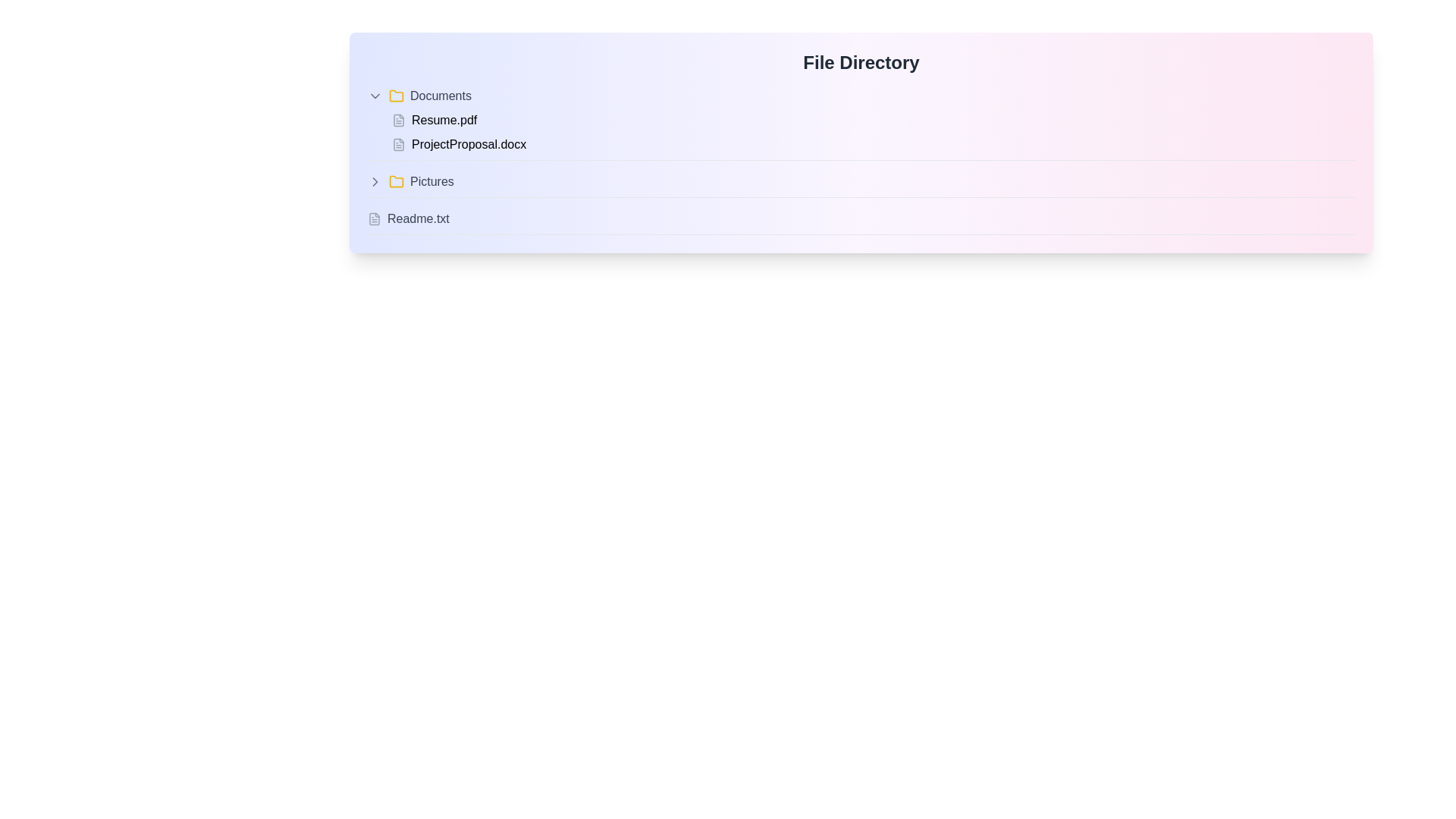 This screenshot has width=1456, height=819. What do you see at coordinates (399, 119) in the screenshot?
I see `the document icon styled in light gray with a thin border, representing 'Resume.pdf', located in the 'Documents' folder section` at bounding box center [399, 119].